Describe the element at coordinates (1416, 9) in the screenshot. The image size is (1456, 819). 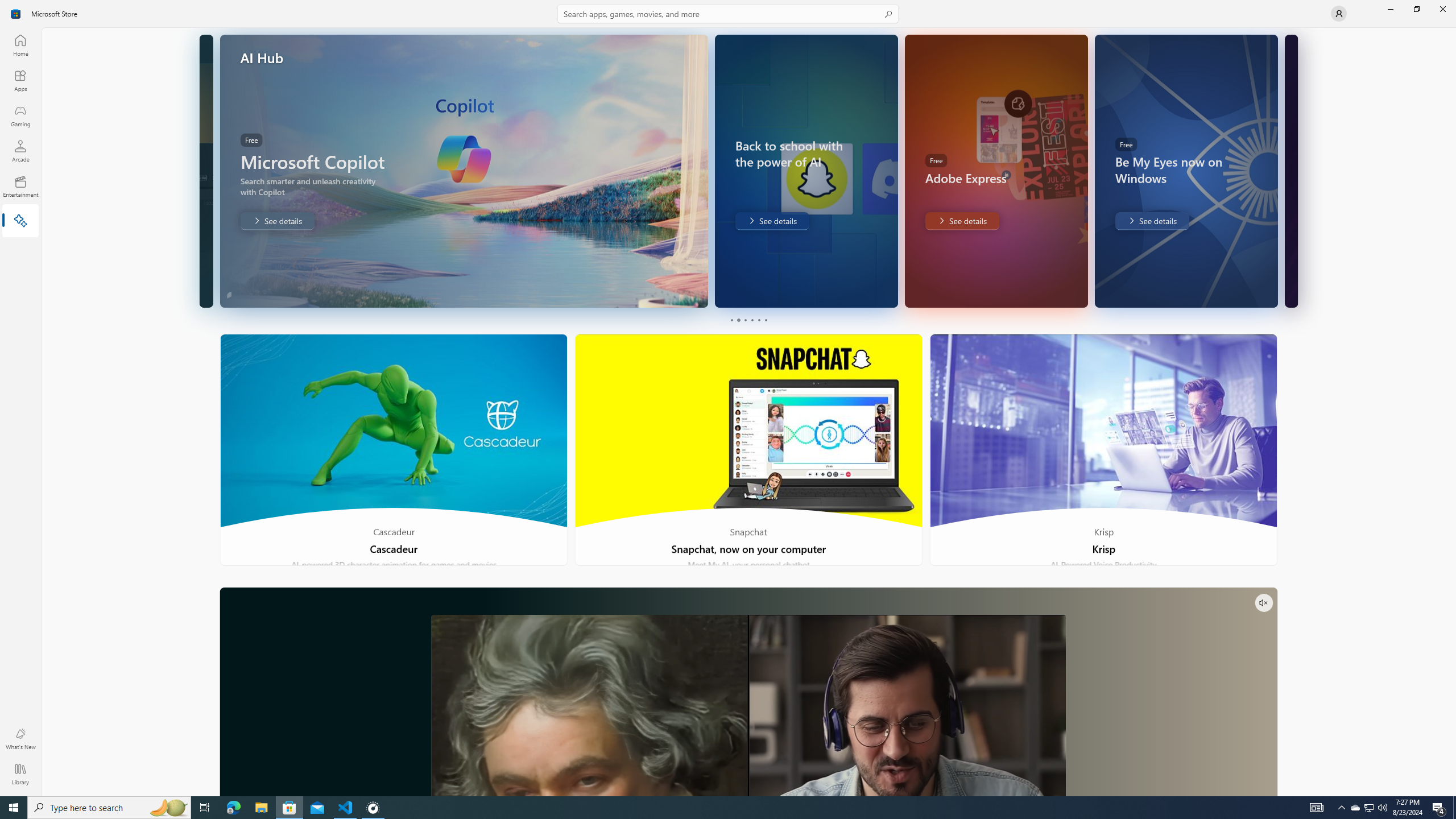
I see `'Restore Microsoft Store'` at that location.